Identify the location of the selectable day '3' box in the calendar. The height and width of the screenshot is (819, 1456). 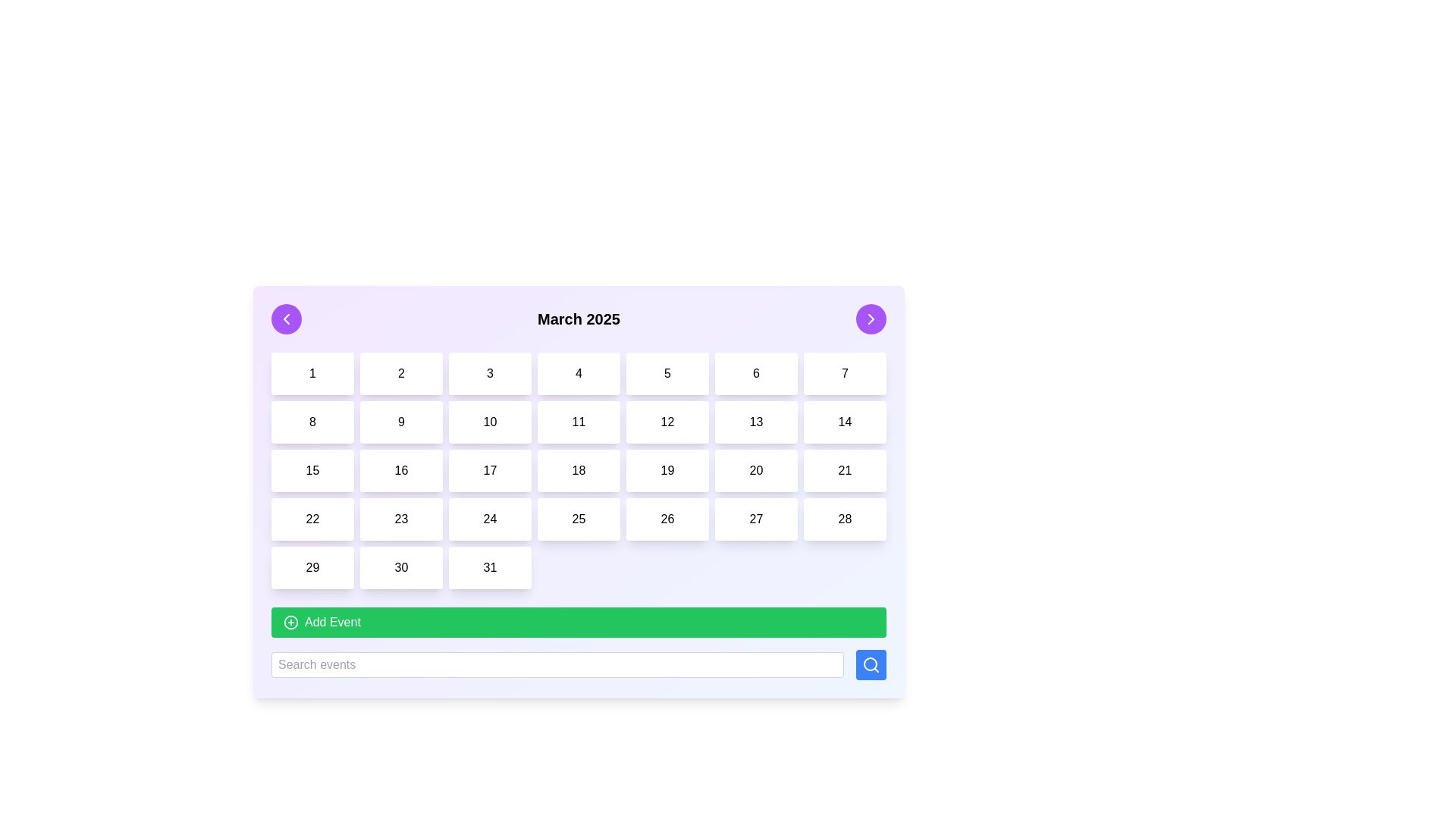
(490, 374).